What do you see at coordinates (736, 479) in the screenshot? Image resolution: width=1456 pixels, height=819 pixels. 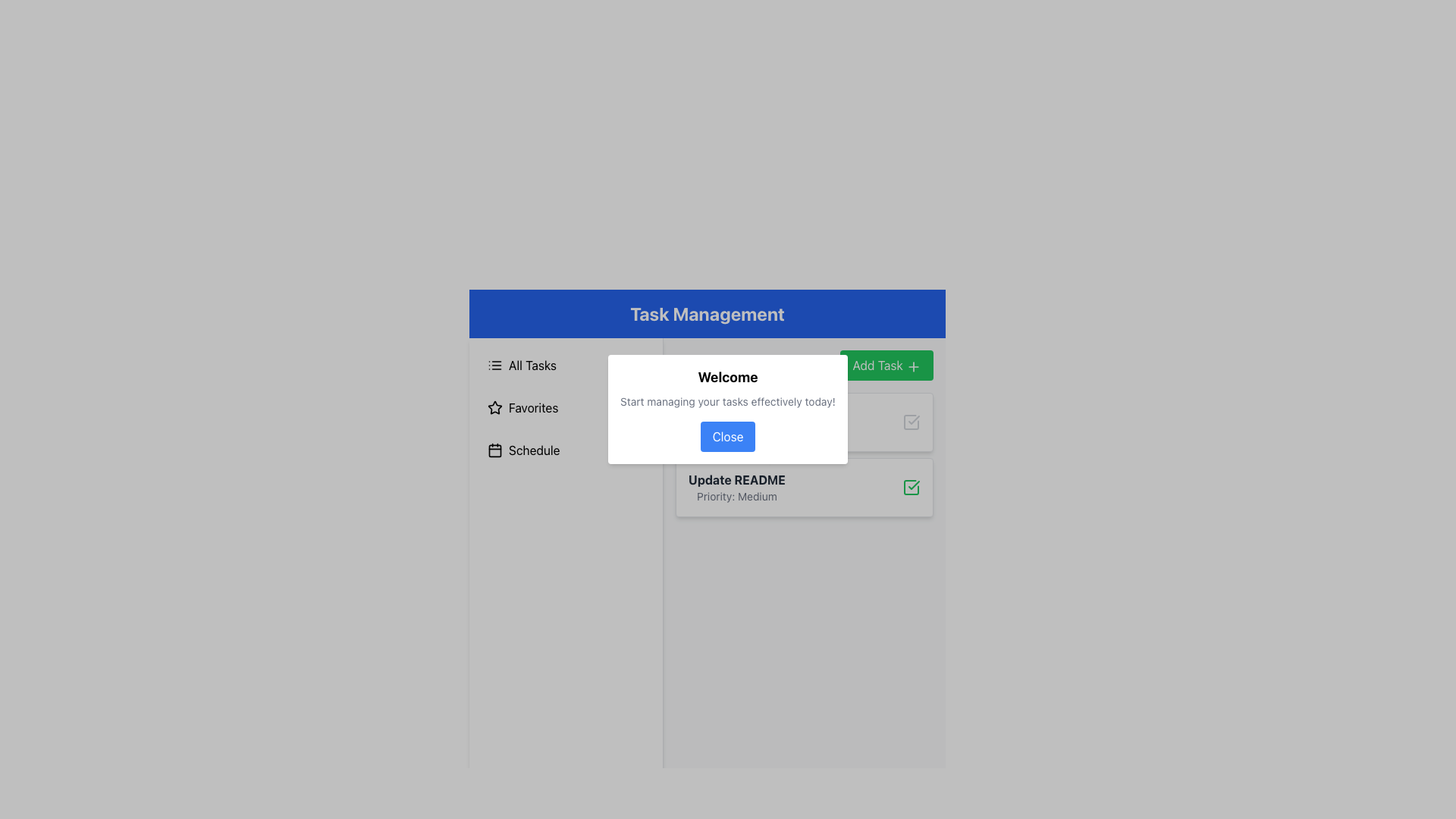 I see `the text label displaying 'Update README' in bold gray font, located above the 'Priority: Medium' label within the modal interface` at bounding box center [736, 479].